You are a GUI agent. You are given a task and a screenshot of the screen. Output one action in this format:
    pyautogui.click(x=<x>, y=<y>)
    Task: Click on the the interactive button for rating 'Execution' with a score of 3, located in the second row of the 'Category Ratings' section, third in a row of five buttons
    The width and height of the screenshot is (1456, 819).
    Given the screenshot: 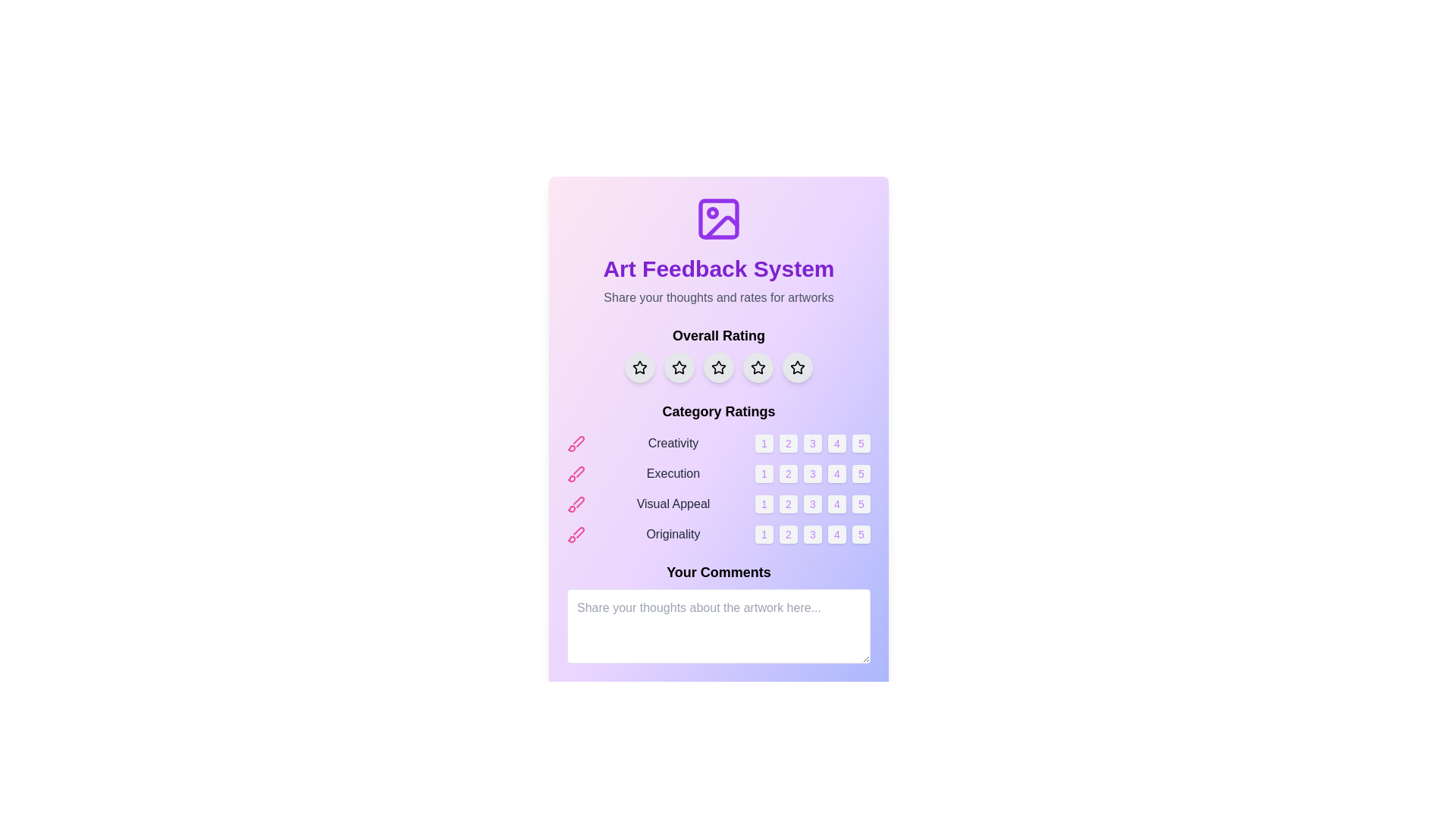 What is the action you would take?
    pyautogui.click(x=811, y=472)
    